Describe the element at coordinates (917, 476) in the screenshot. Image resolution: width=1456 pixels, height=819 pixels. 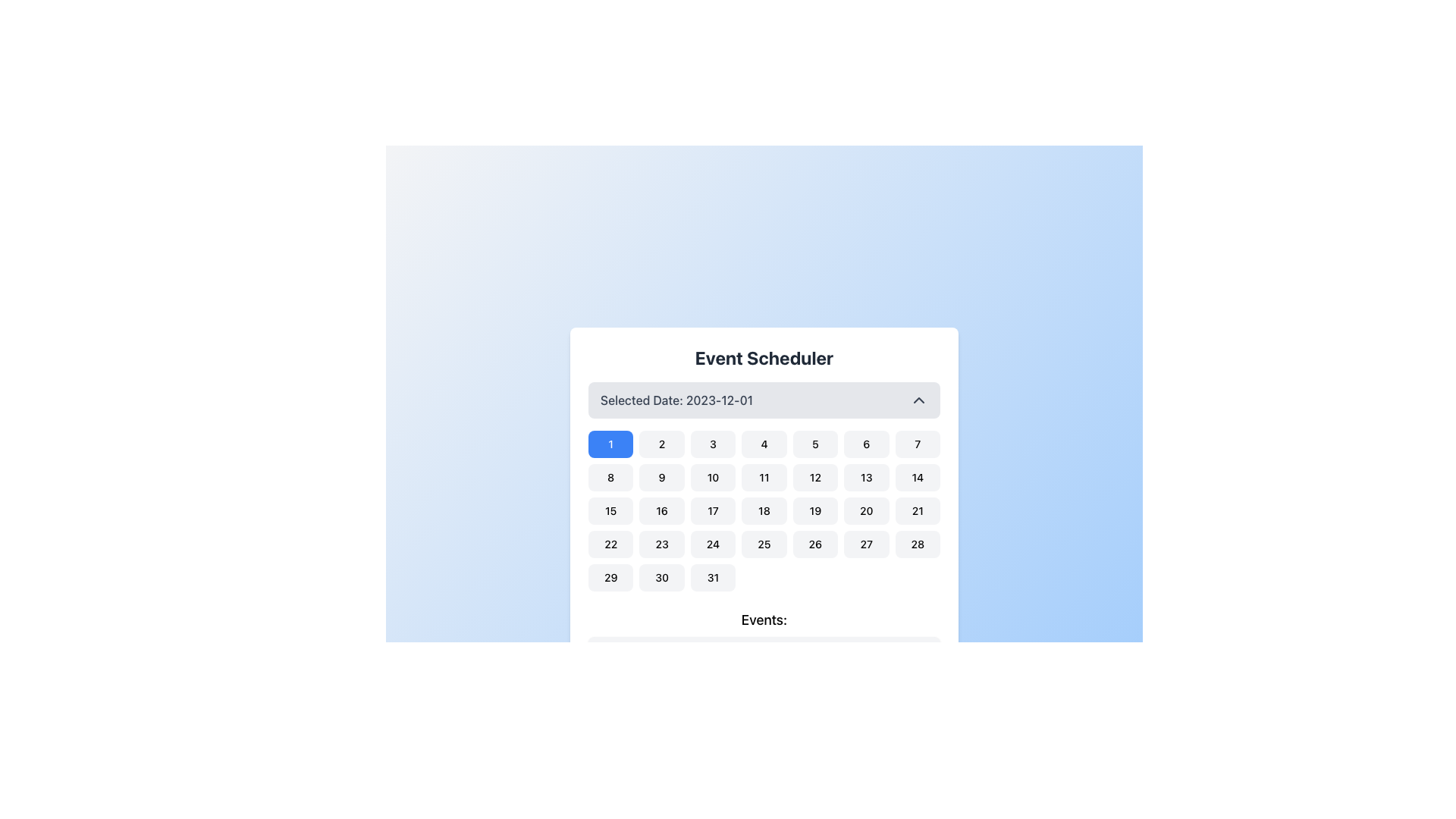
I see `the button representing the 14th day of the month in the calendar to trigger visual feedback` at that location.